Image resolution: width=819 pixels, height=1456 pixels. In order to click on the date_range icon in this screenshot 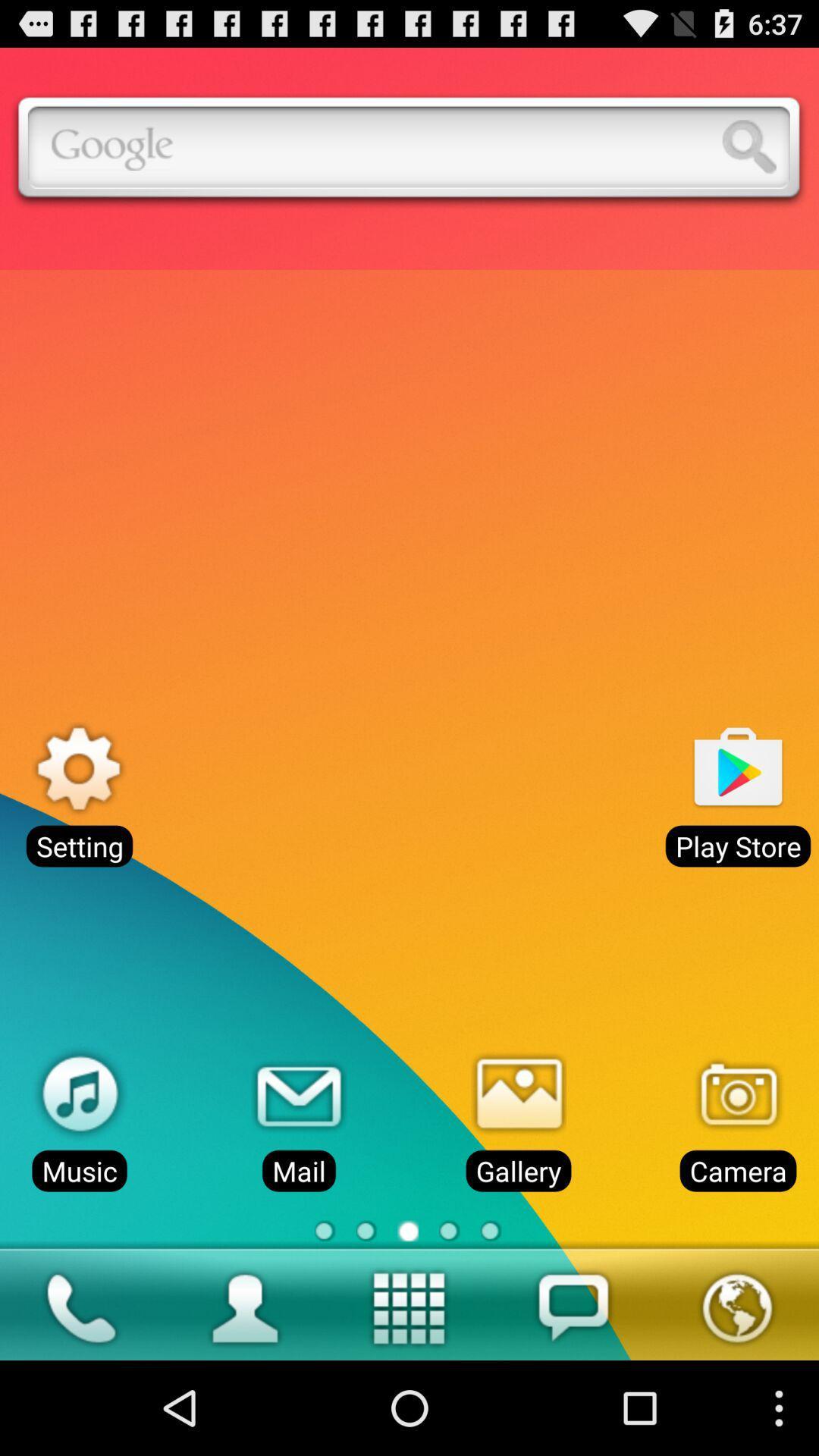, I will do `click(409, 1398)`.